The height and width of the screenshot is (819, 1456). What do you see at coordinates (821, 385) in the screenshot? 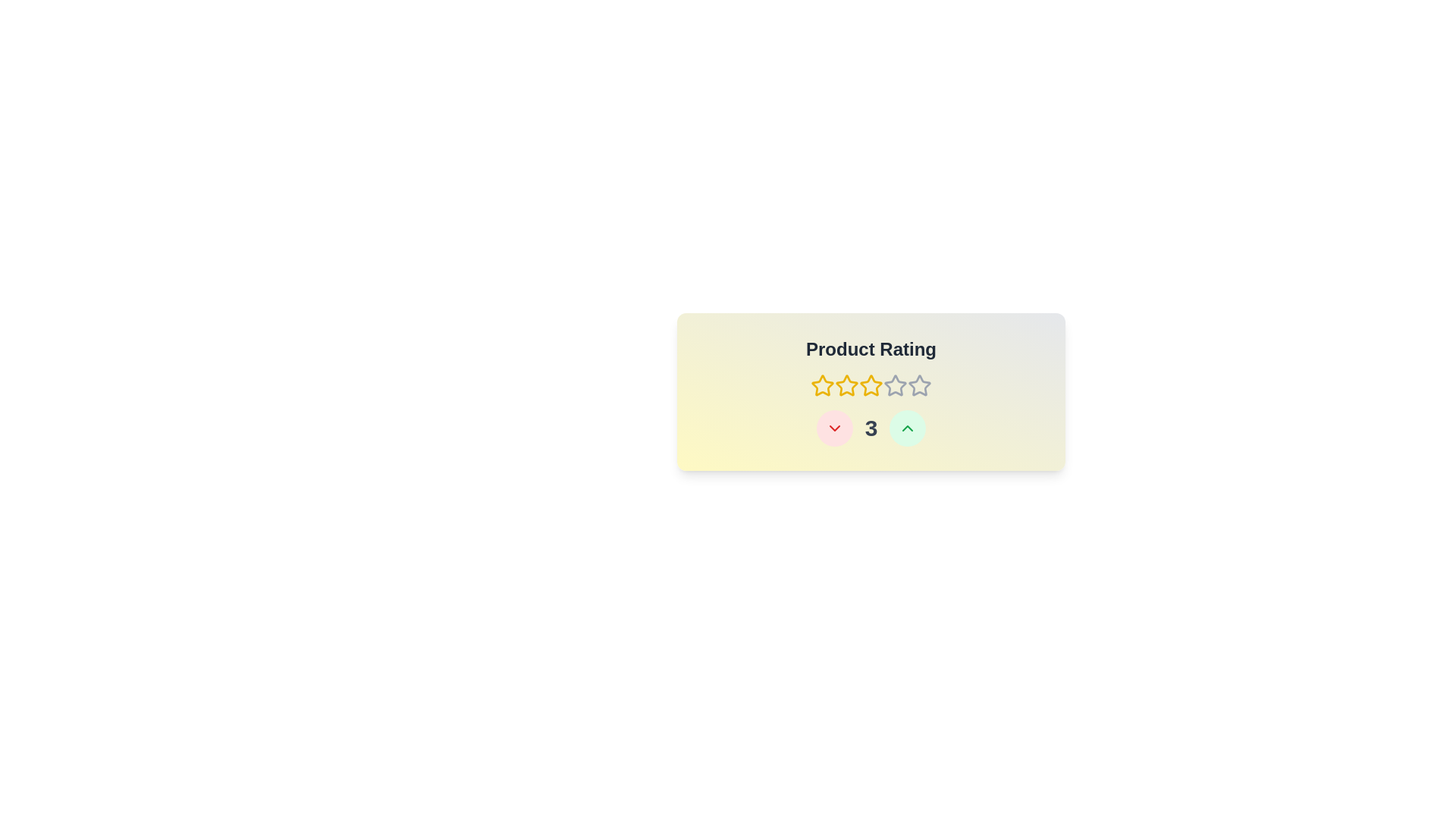
I see `the first star rating icon in the 'Product Rating' section` at bounding box center [821, 385].